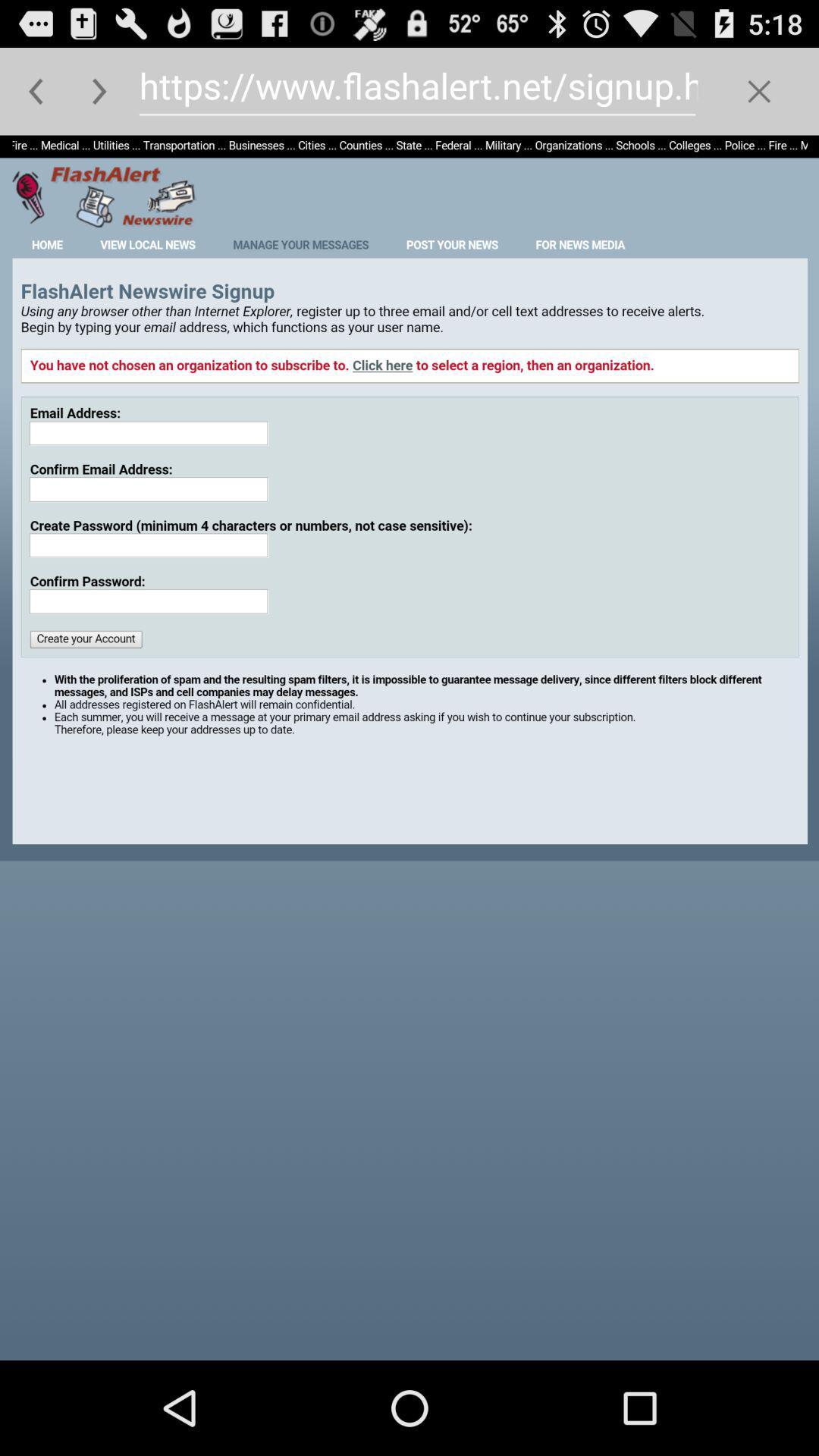 The width and height of the screenshot is (819, 1456). I want to click on close, so click(759, 90).